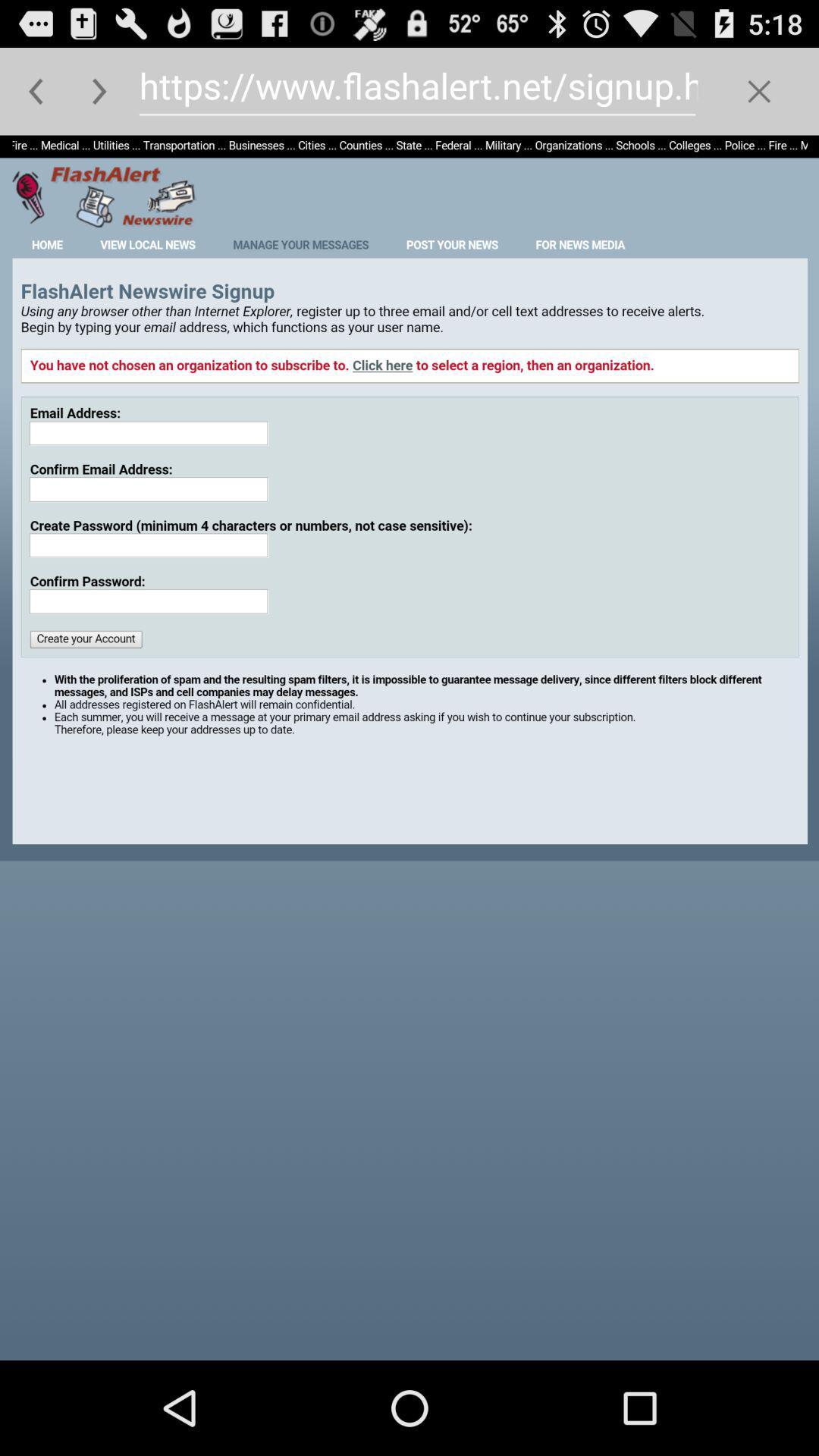 The width and height of the screenshot is (819, 1456). I want to click on close, so click(759, 90).